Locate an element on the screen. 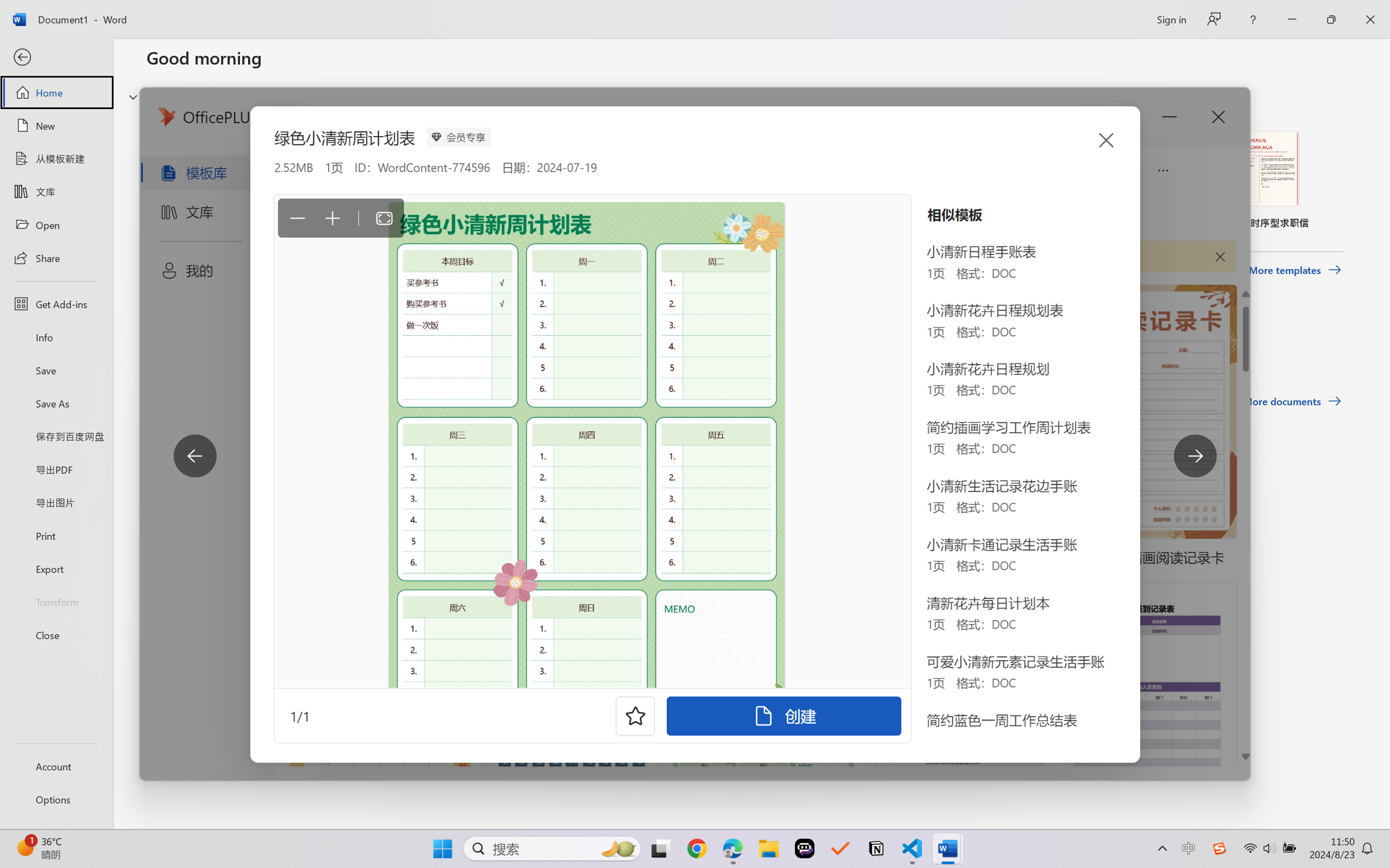  'Account' is located at coordinates (56, 766).